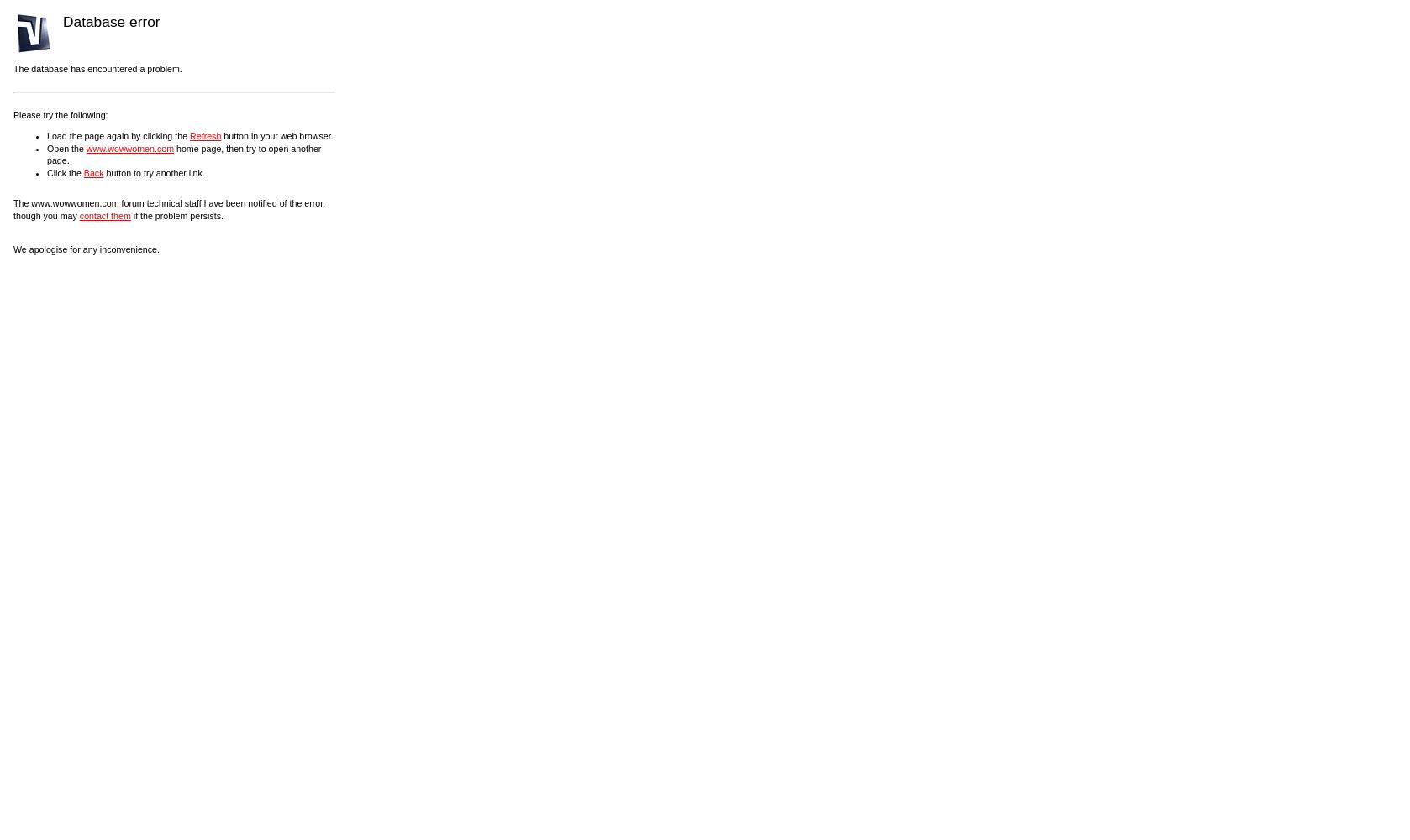 The height and width of the screenshot is (840, 1410). Describe the element at coordinates (103, 171) in the screenshot. I see `'button to try another link.'` at that location.